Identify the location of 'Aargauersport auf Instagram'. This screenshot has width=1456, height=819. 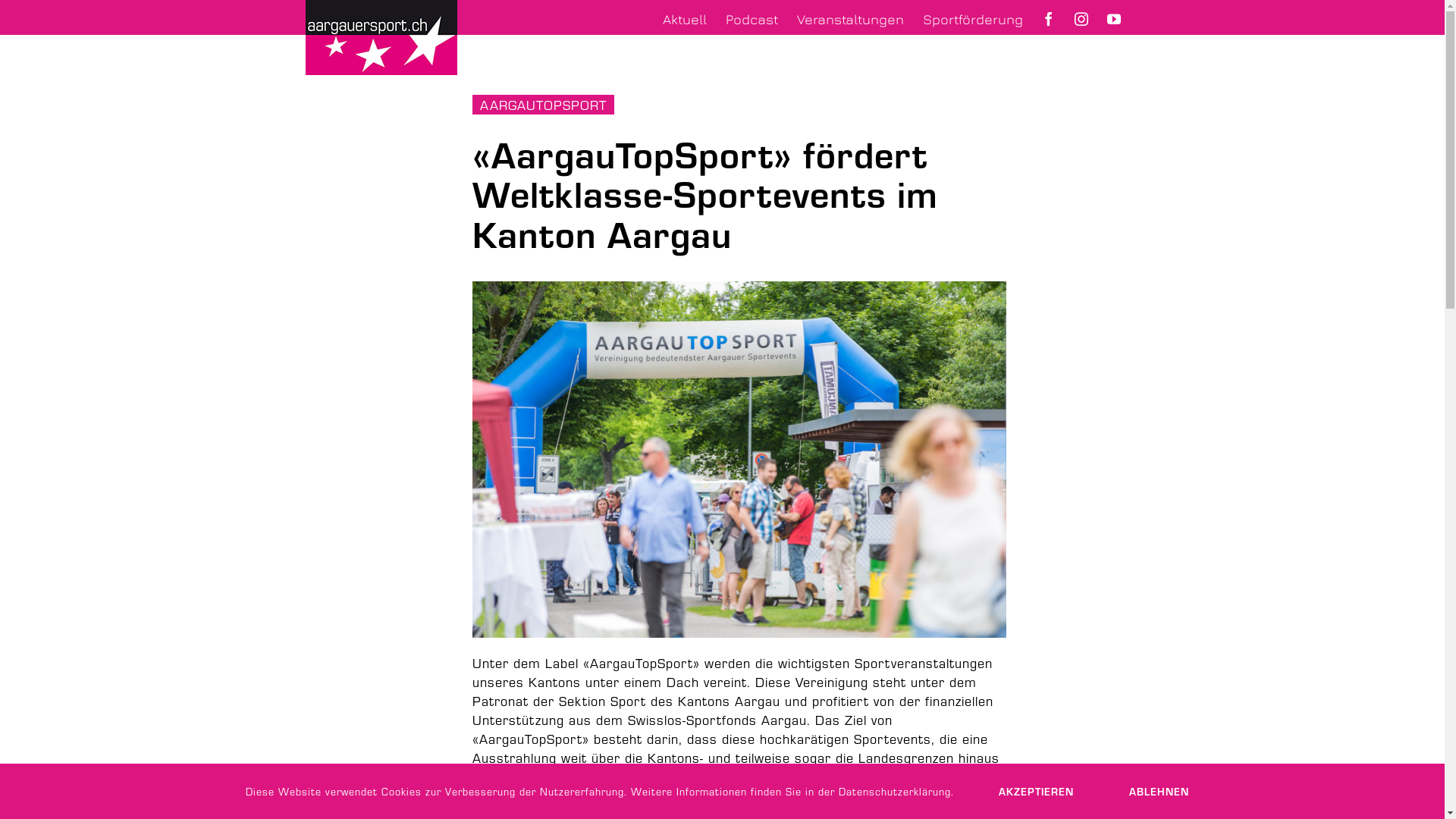
(1080, 20).